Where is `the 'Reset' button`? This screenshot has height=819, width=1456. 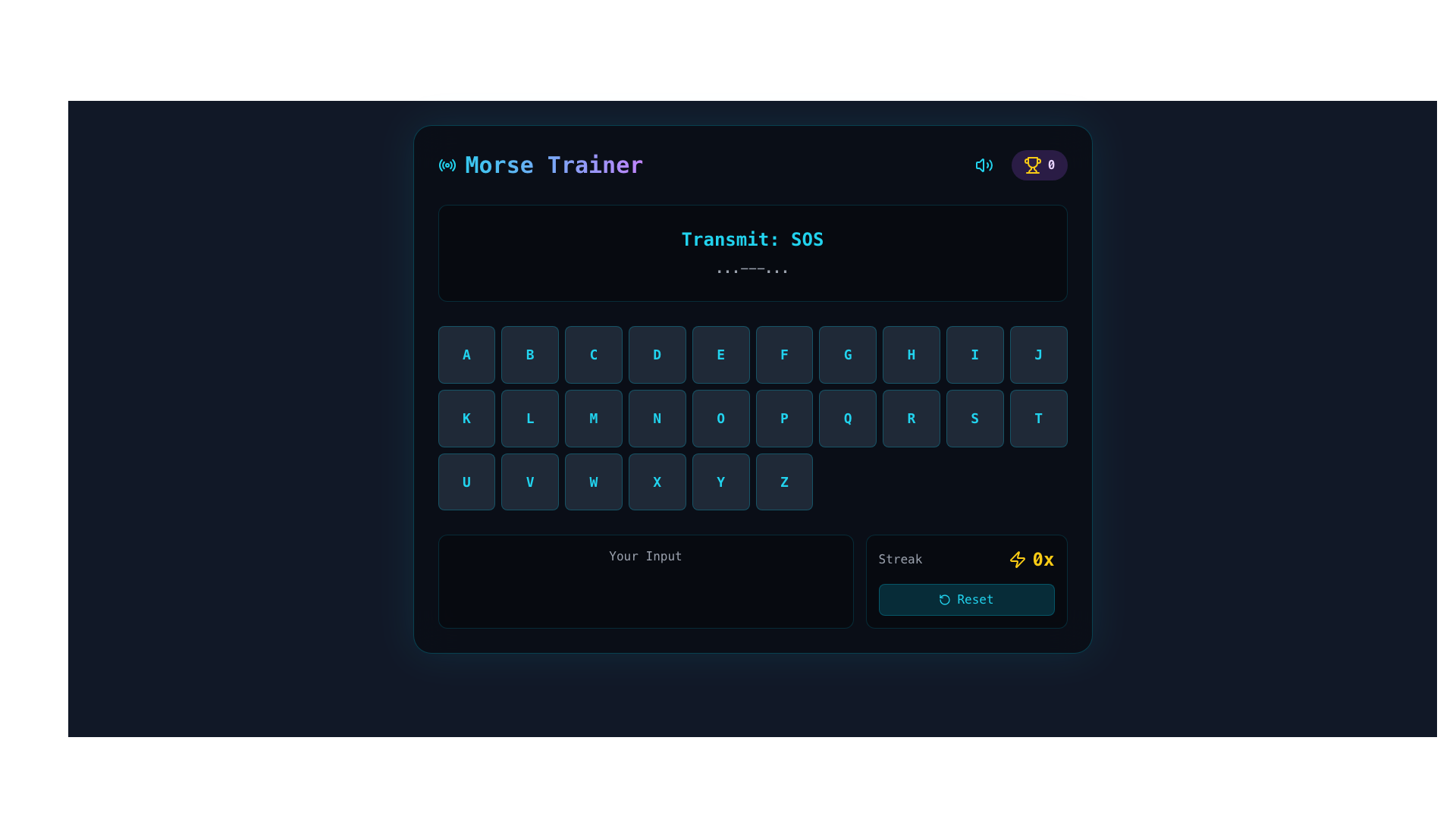
the 'Reset' button is located at coordinates (965, 599).